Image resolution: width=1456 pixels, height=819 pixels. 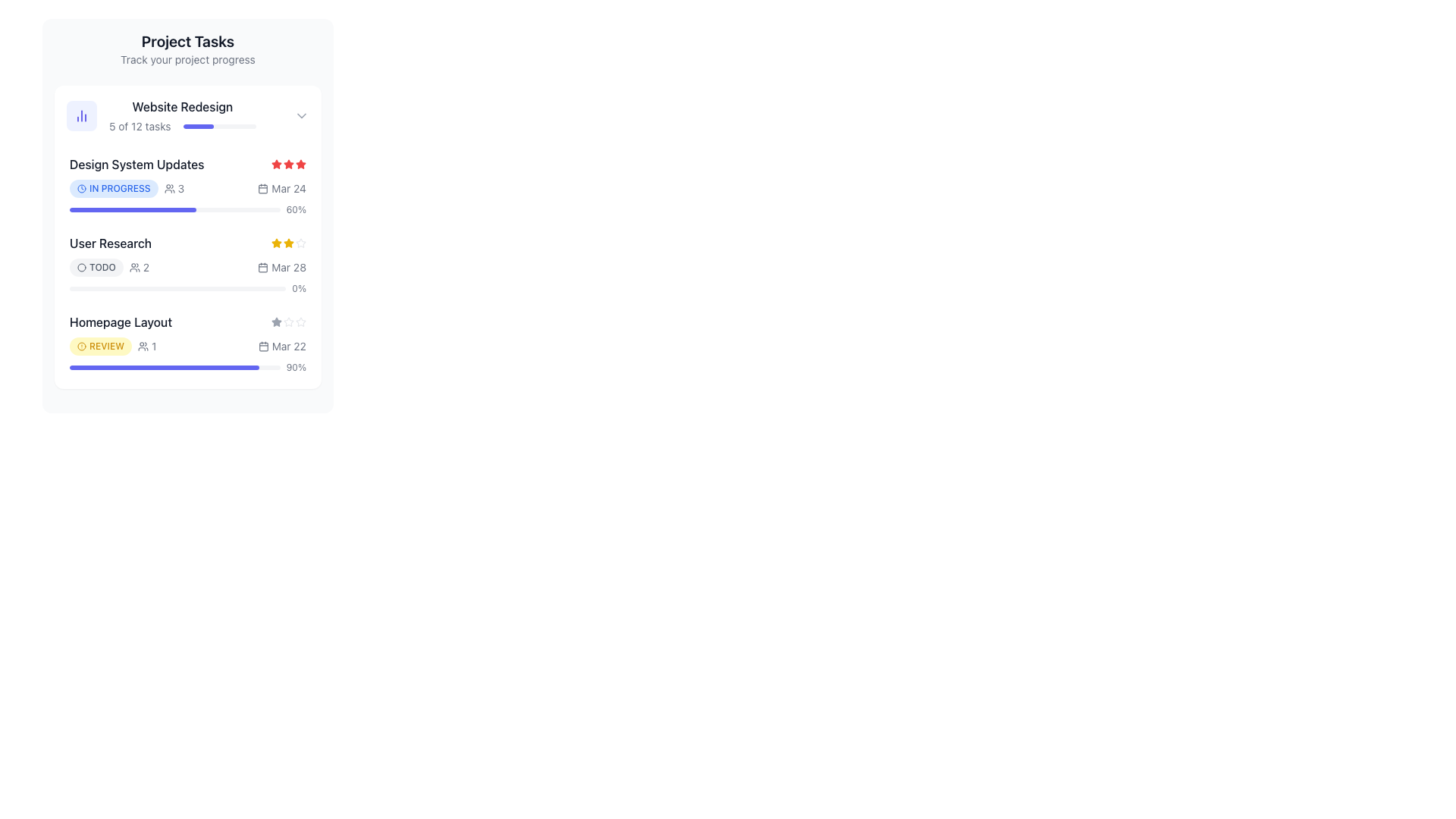 What do you see at coordinates (187, 40) in the screenshot?
I see `the Text Label that serves as a title for the project tracking section, located above the text 'Track your project progress'` at bounding box center [187, 40].